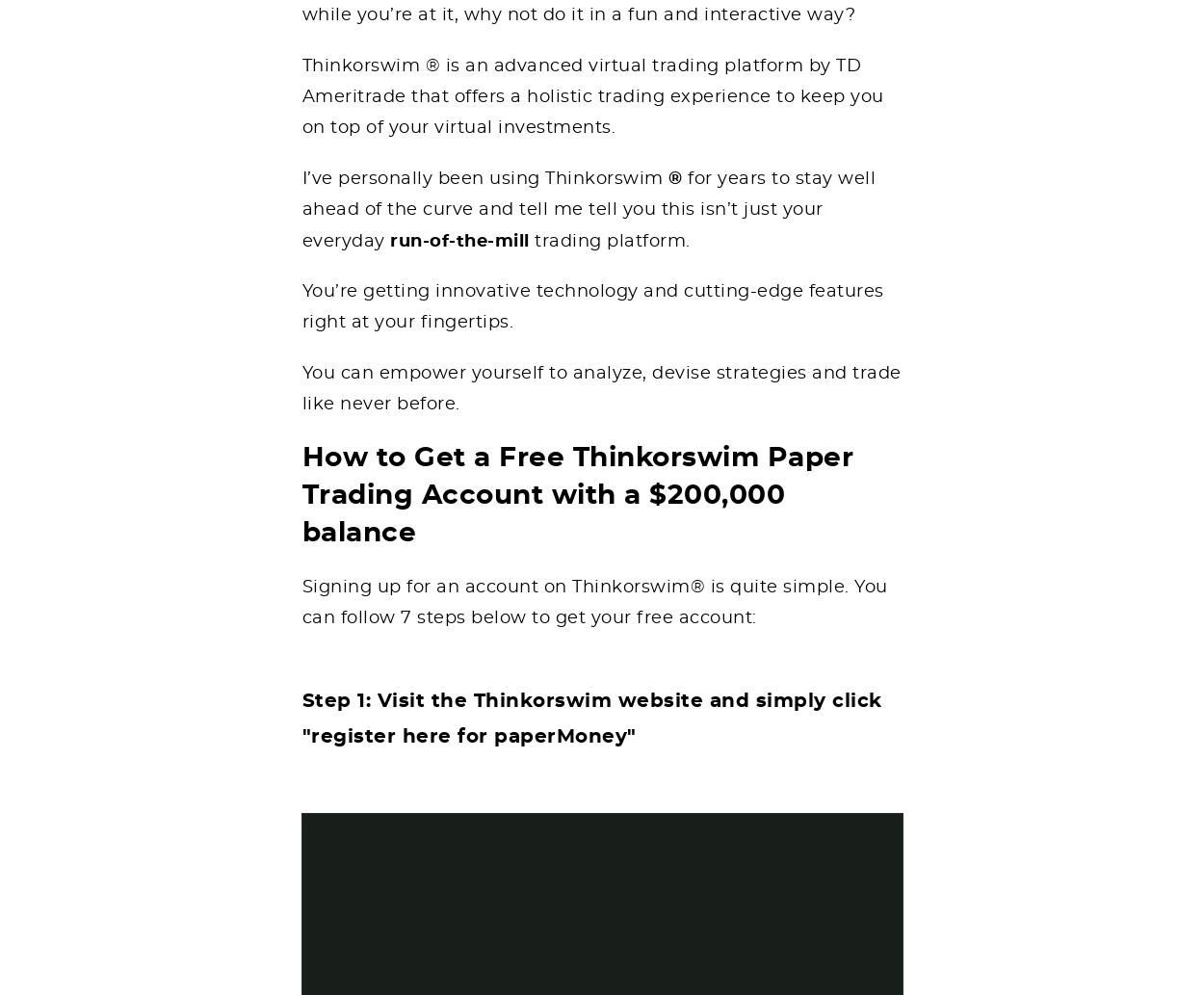  Describe the element at coordinates (600, 388) in the screenshot. I see `'You can empower yourself to analyze, devise strategies and trade like never before.'` at that location.